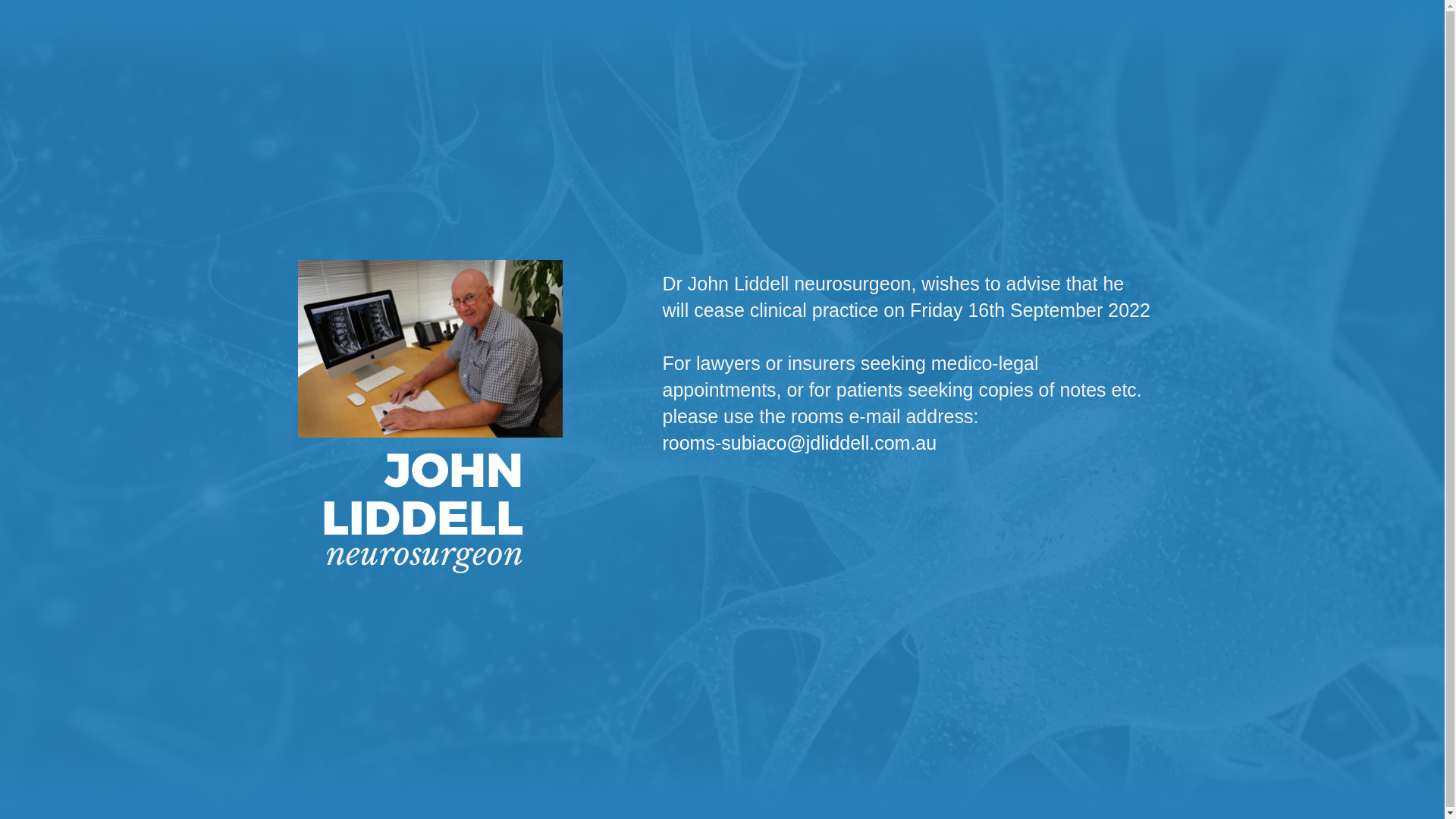 Image resolution: width=1456 pixels, height=819 pixels. What do you see at coordinates (799, 442) in the screenshot?
I see `'rooms-subiaco@jdliddell.com.au'` at bounding box center [799, 442].